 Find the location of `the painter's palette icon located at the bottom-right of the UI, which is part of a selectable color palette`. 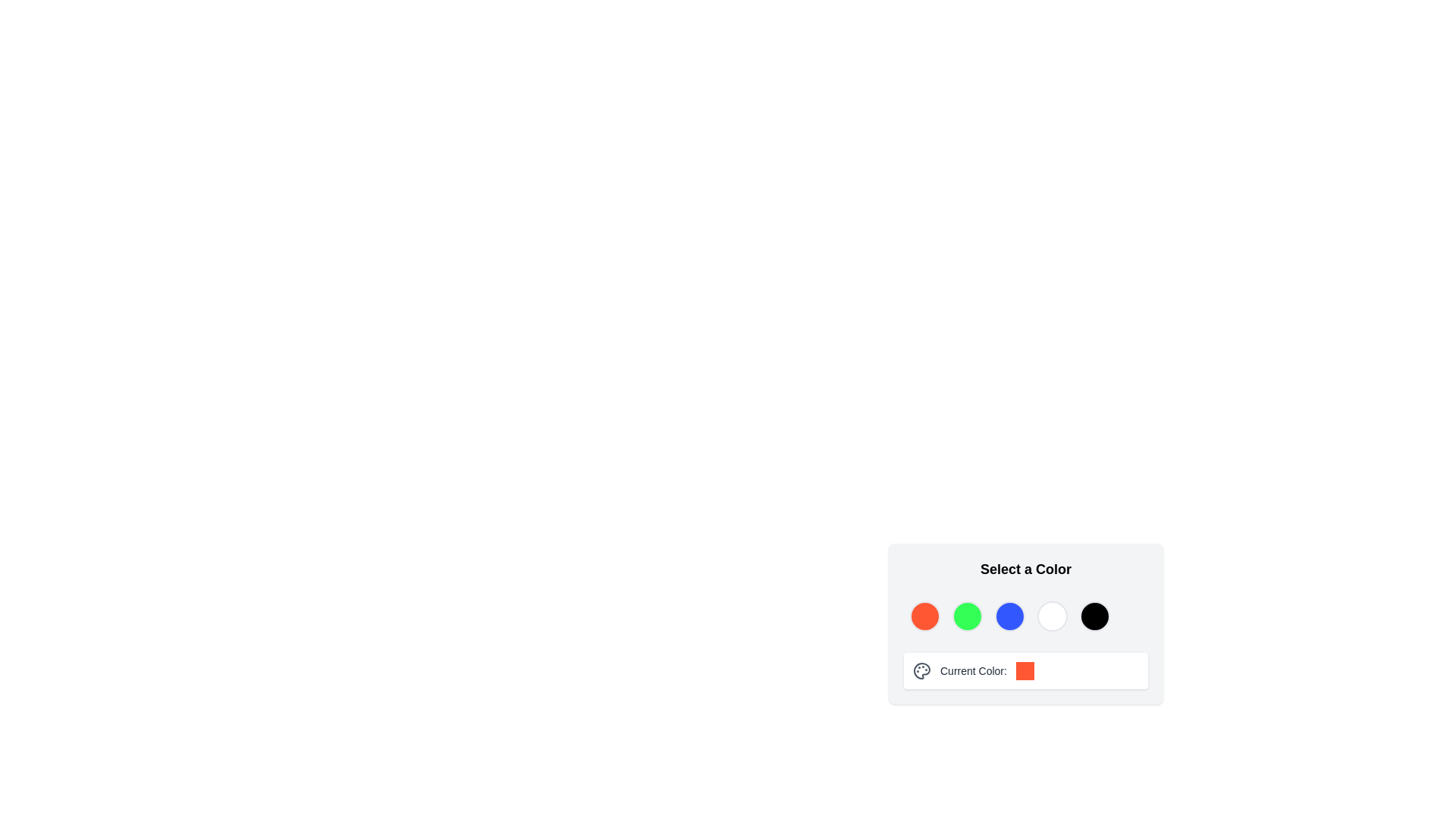

the painter's palette icon located at the bottom-right of the UI, which is part of a selectable color palette is located at coordinates (921, 670).